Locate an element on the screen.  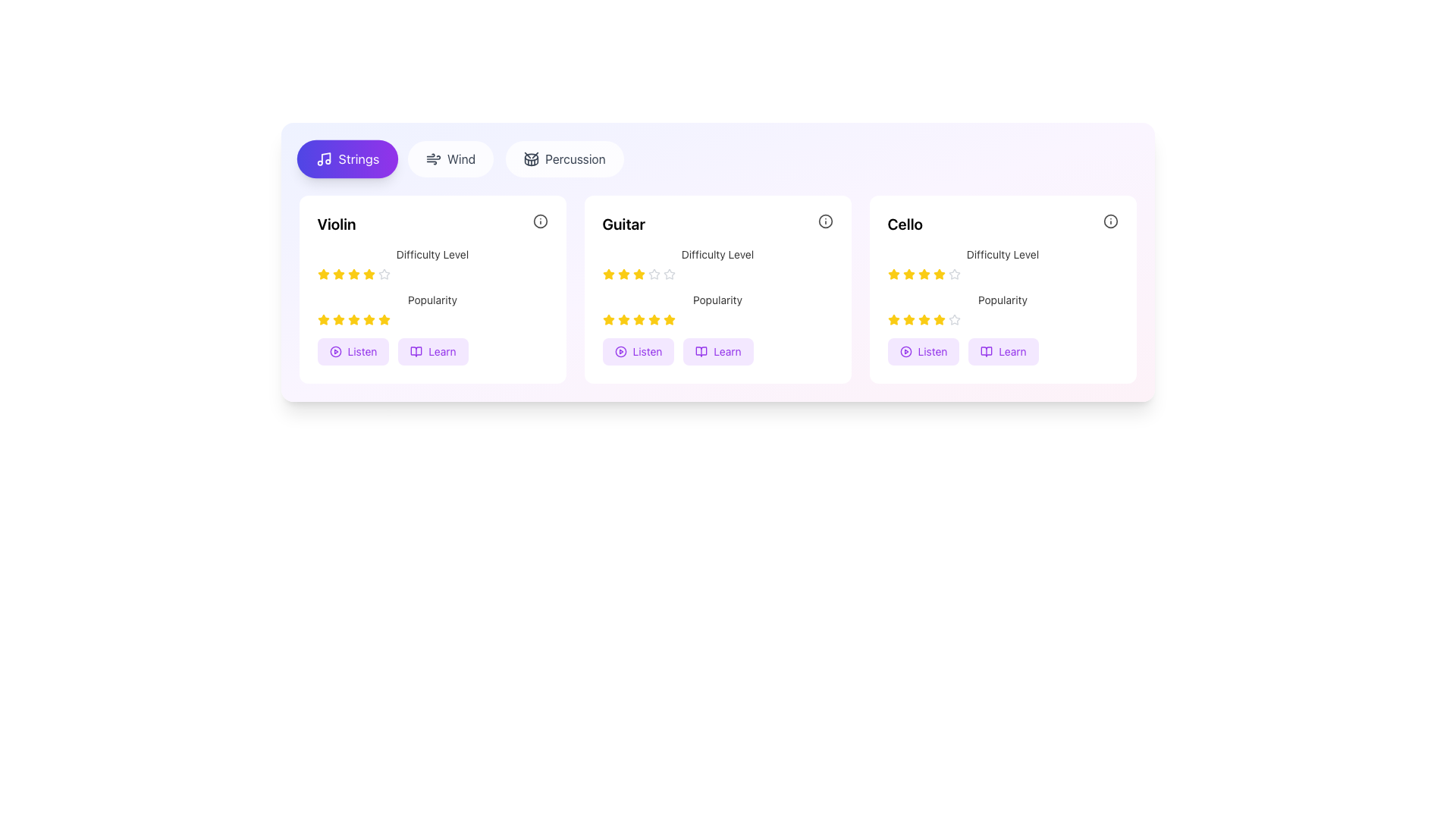
the stars in the Rating component located in the 'Cello' card, which is positioned below the 'Difficulty Level' rating row is located at coordinates (1003, 309).